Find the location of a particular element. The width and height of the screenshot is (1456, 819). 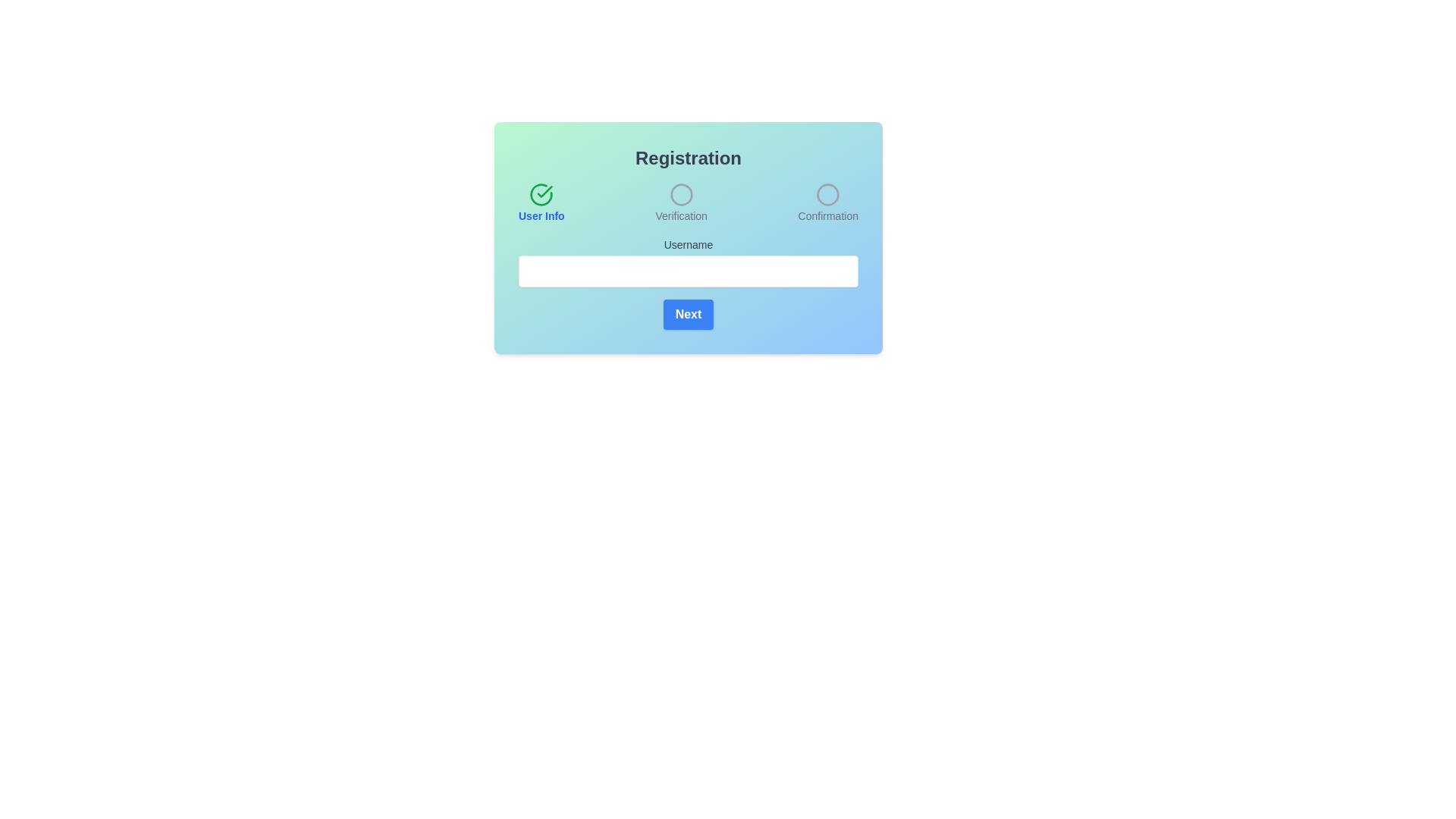

the green circular icon with a checkmark, located above the 'User Info' label in the registration progress bar is located at coordinates (541, 194).